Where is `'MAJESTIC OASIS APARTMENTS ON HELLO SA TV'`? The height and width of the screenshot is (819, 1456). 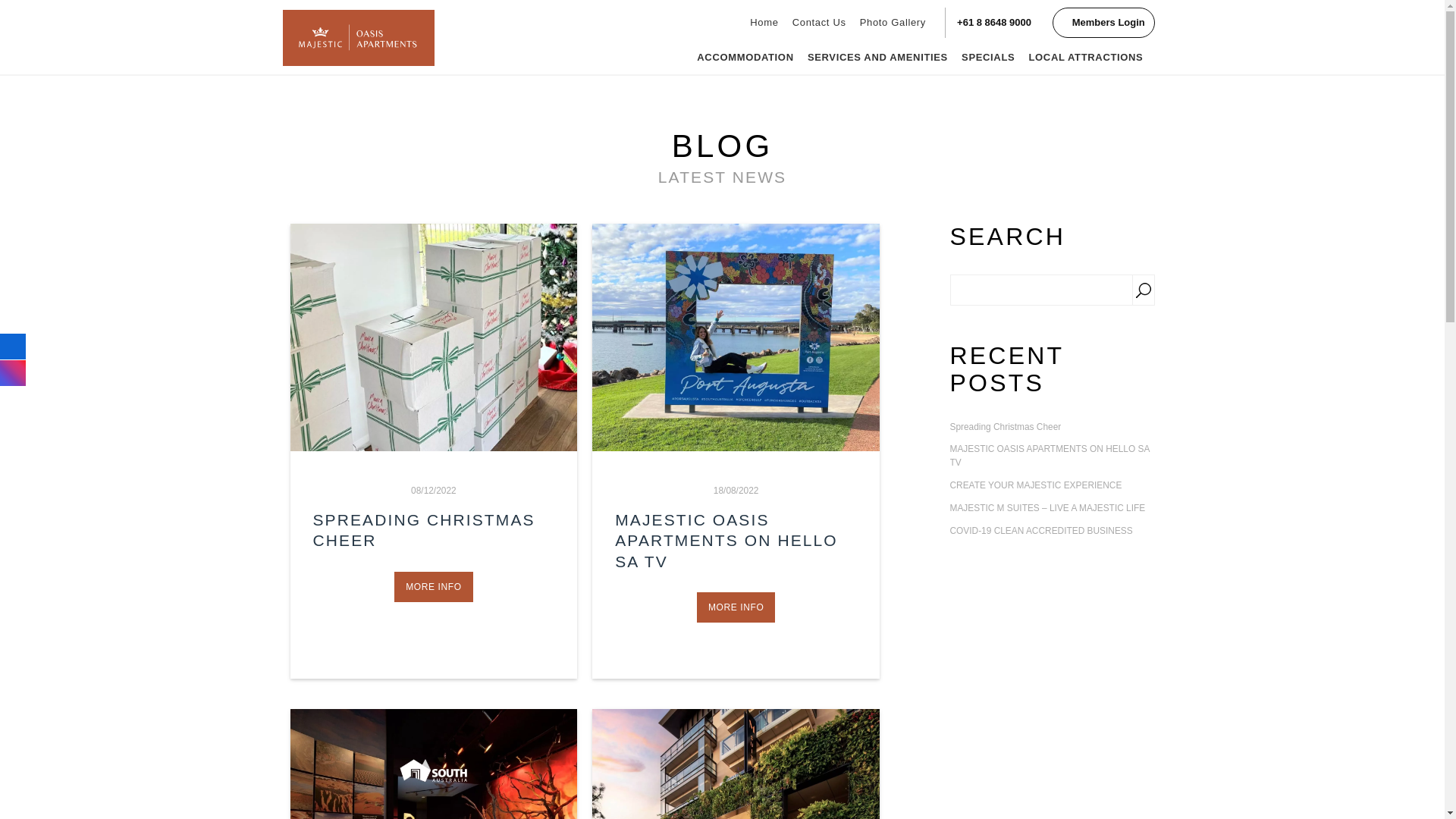
'MAJESTIC OASIS APARTMENTS ON HELLO SA TV' is located at coordinates (726, 540).